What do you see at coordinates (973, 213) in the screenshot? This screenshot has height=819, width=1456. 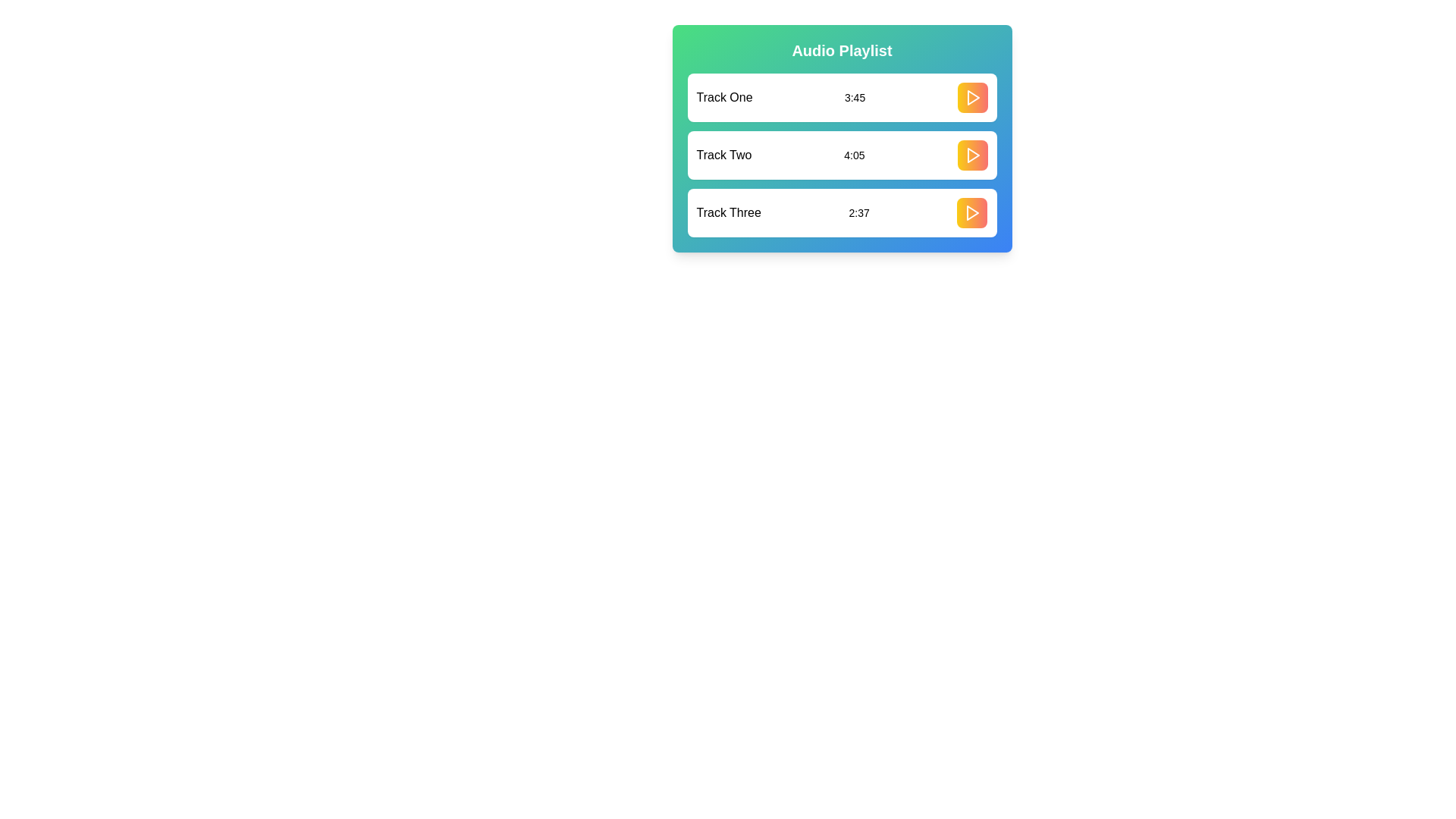 I see `the triangular play icon with a gradient orange fill located inside the circular button at the far right of the third row of the audio playlist interface` at bounding box center [973, 213].